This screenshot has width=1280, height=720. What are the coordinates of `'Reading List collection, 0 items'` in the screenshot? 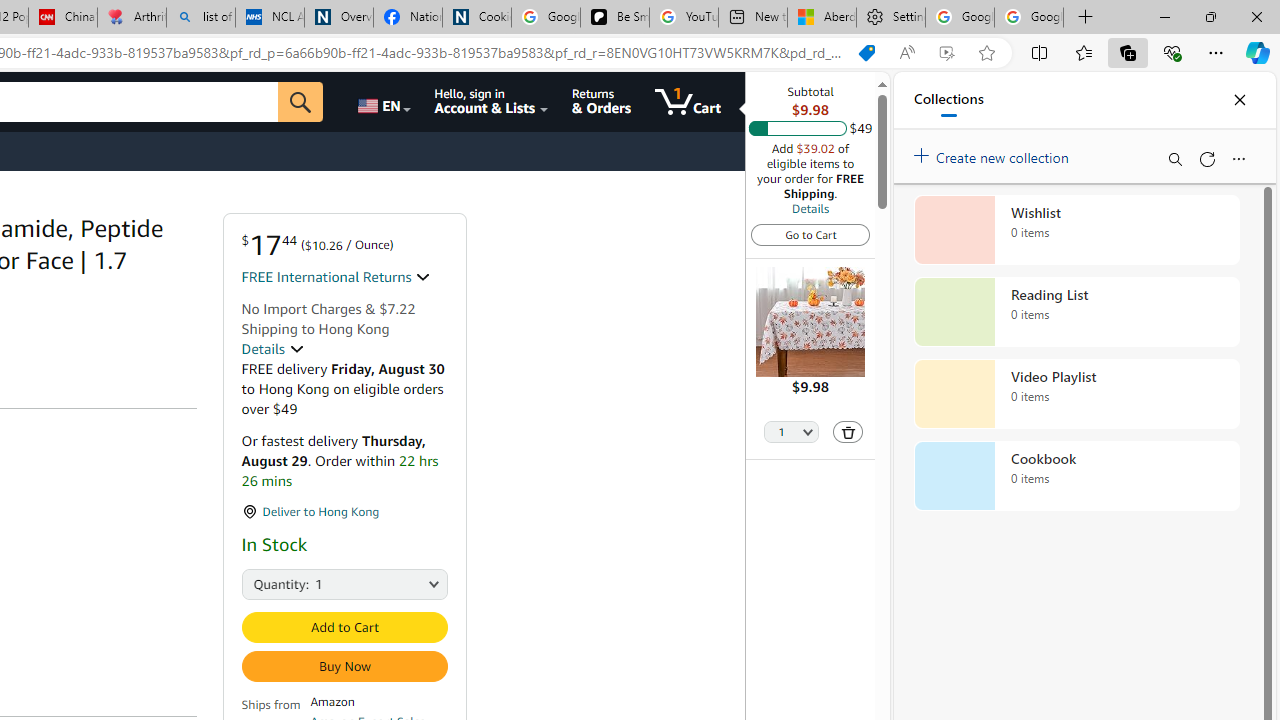 It's located at (1076, 312).